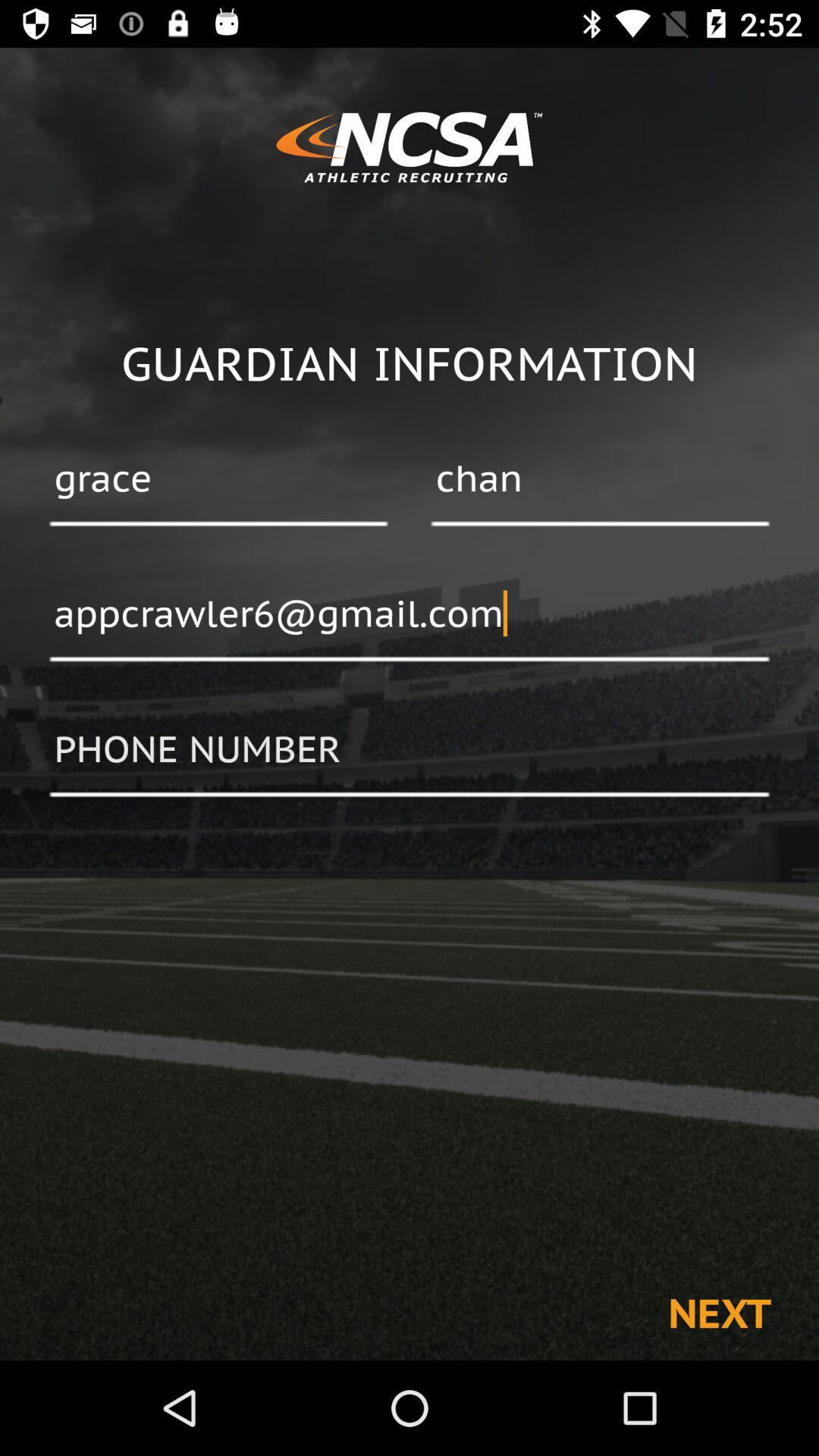  What do you see at coordinates (409, 750) in the screenshot?
I see `item above the next item` at bounding box center [409, 750].